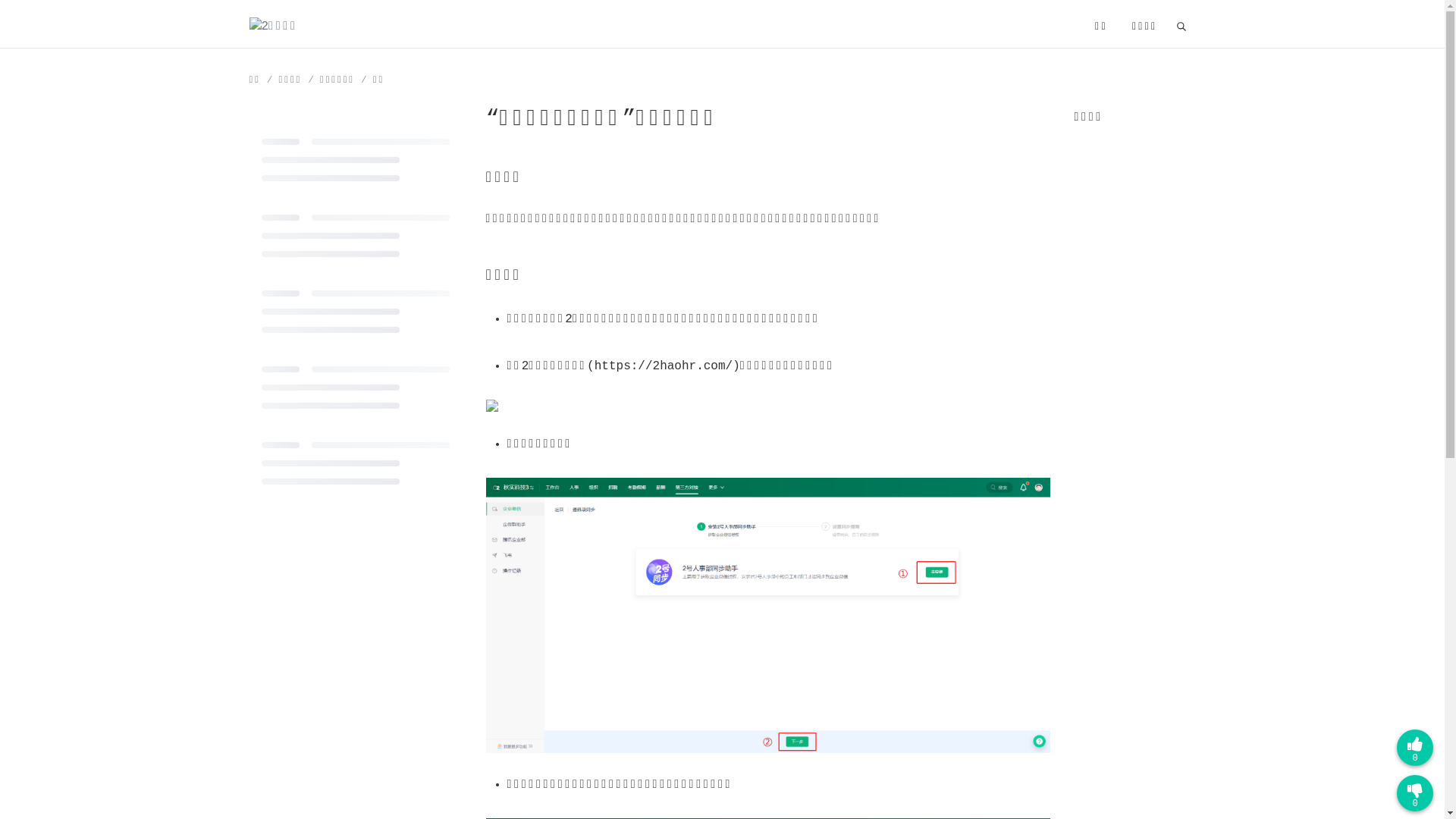  I want to click on '0', so click(1414, 747).